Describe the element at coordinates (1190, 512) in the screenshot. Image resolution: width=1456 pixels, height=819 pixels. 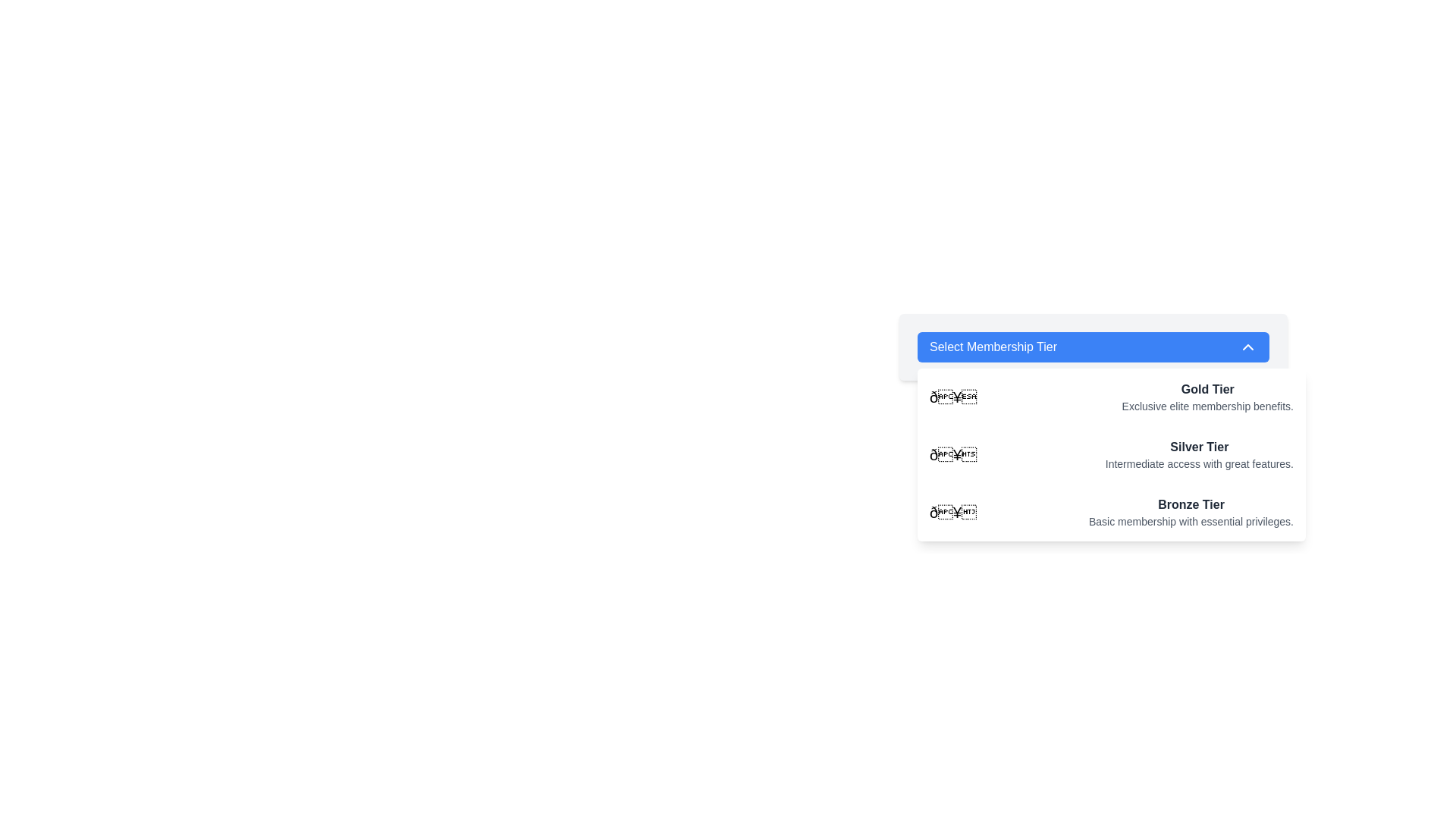
I see `text label titled 'Bronze Tier' which describes the membership tier and its privileges, located in the vertically aligned list under 'Silver Tier'` at that location.